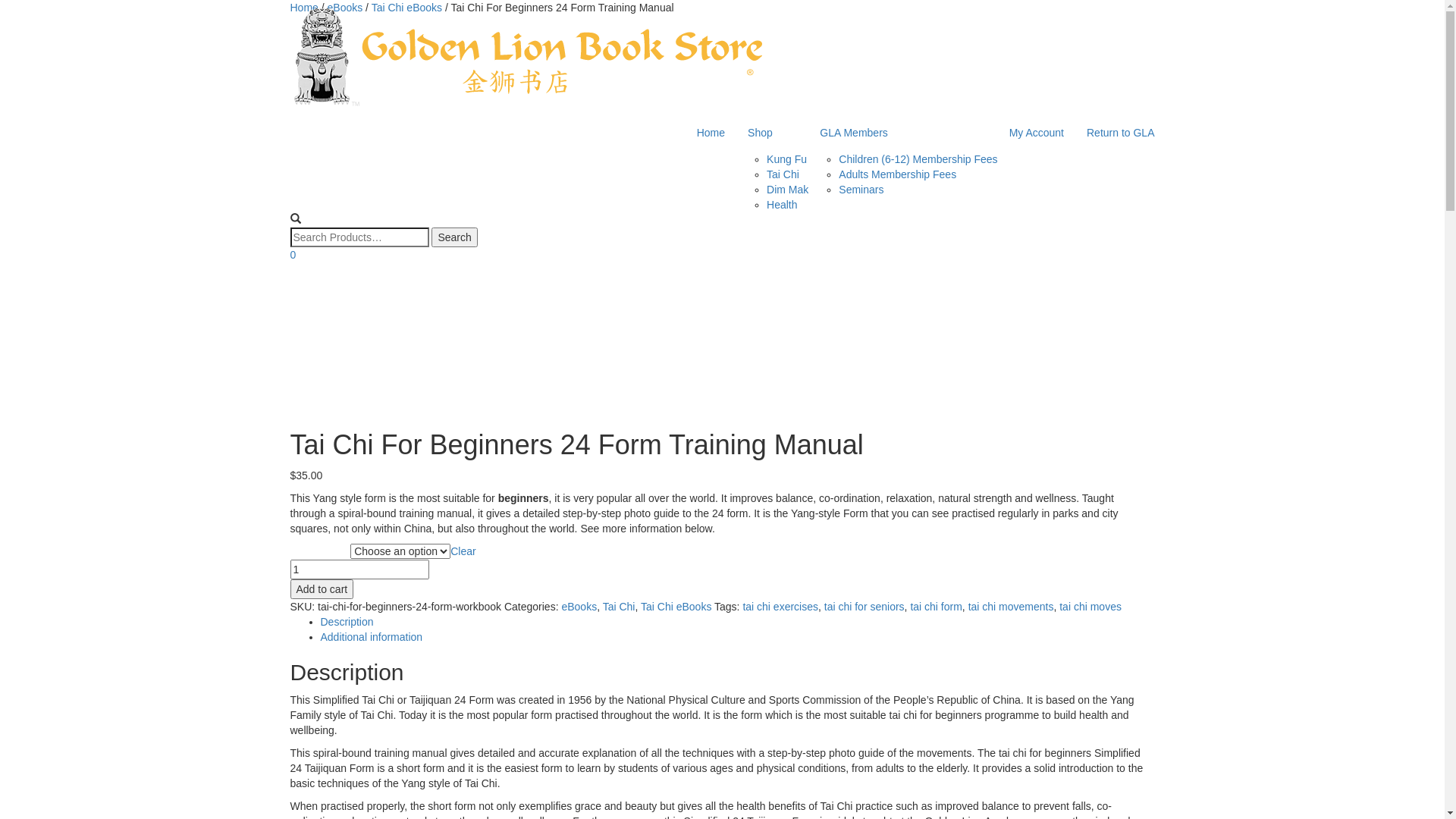 The height and width of the screenshot is (819, 1456). I want to click on 'Add to cart', so click(290, 588).